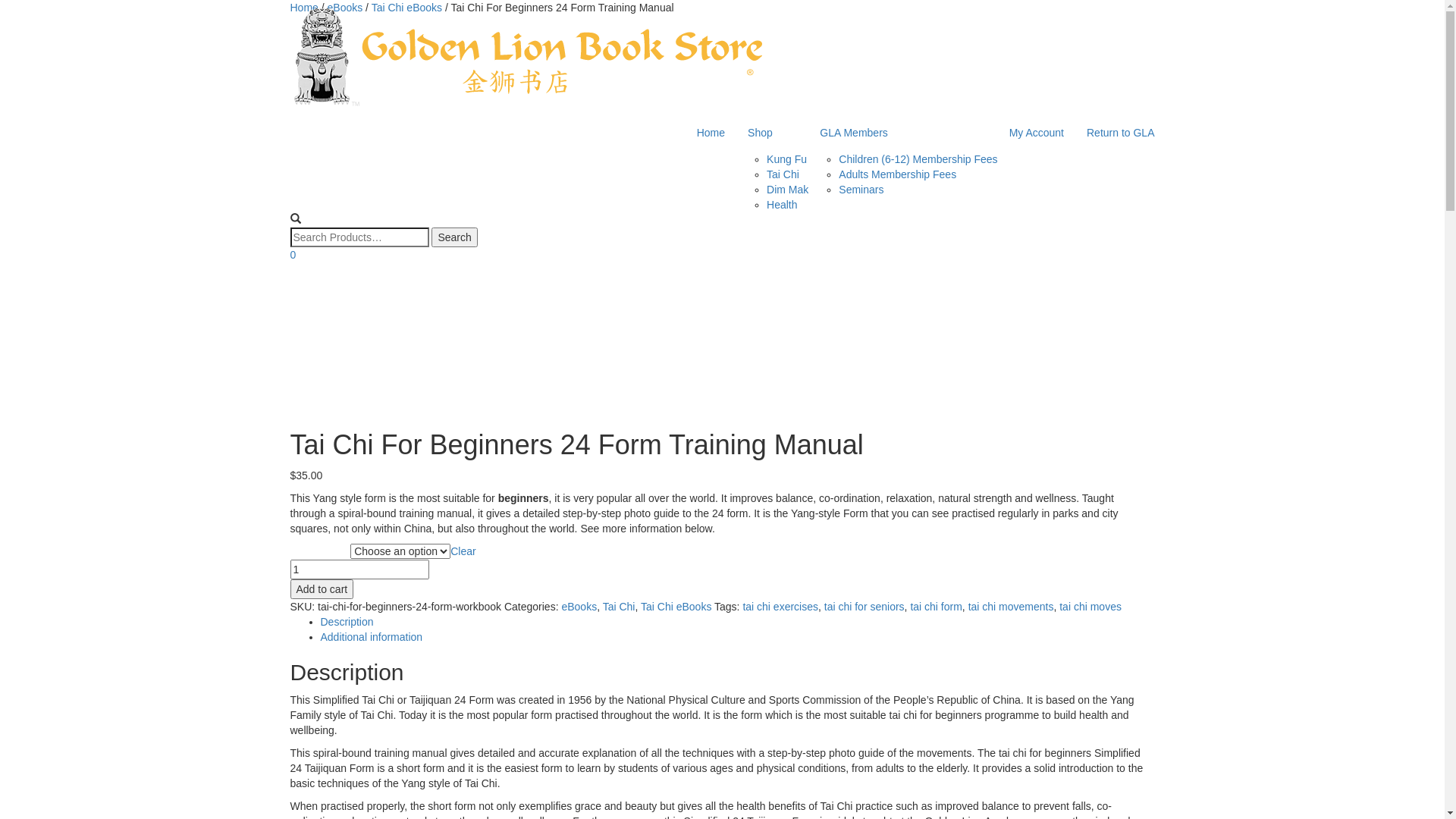 The height and width of the screenshot is (819, 1456). I want to click on 'Add to cart', so click(290, 588).